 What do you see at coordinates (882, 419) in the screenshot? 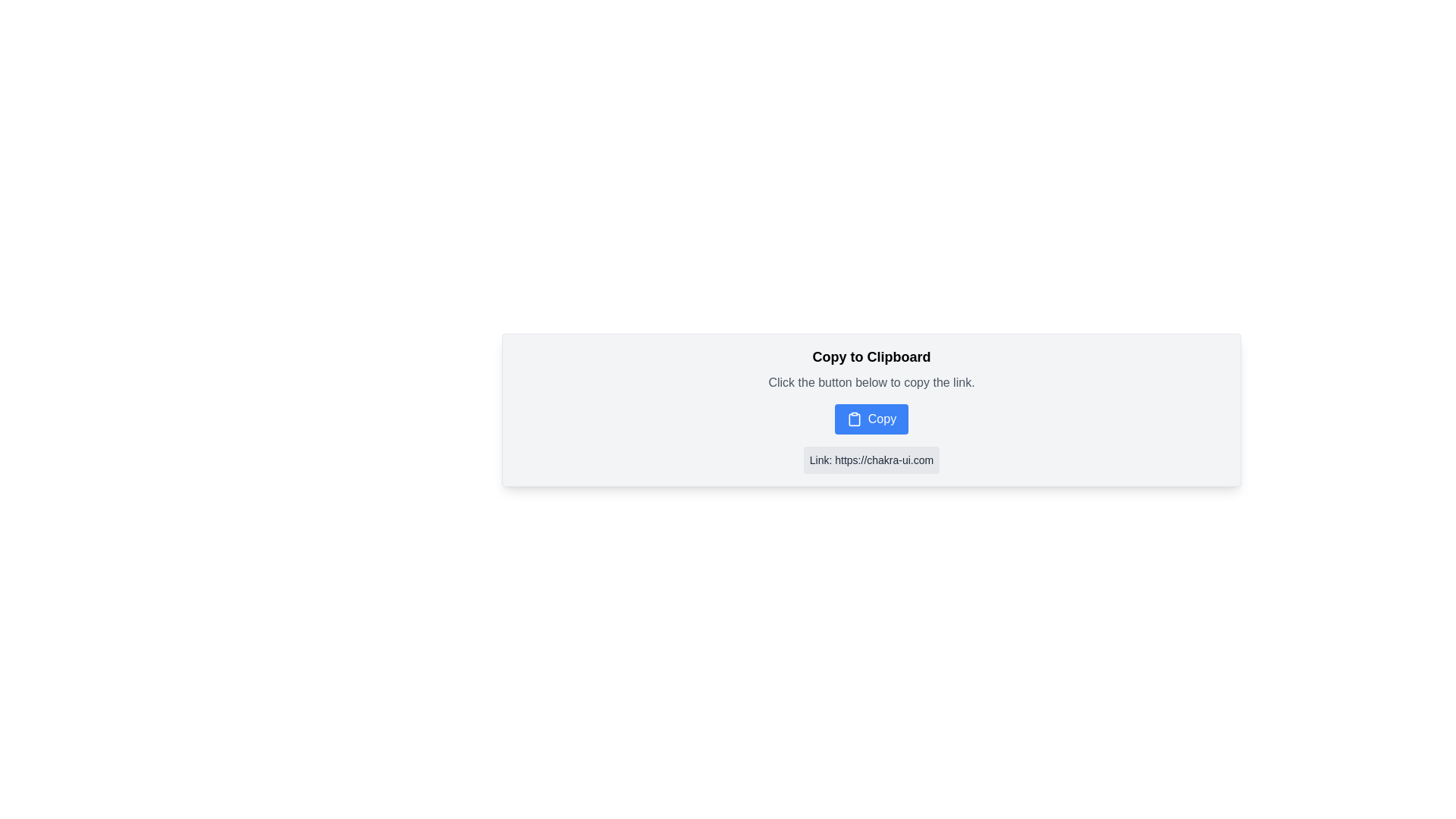
I see `the 'Copy' text element, which is part of a blue button that triggers copying content, located centrally on the interface` at bounding box center [882, 419].